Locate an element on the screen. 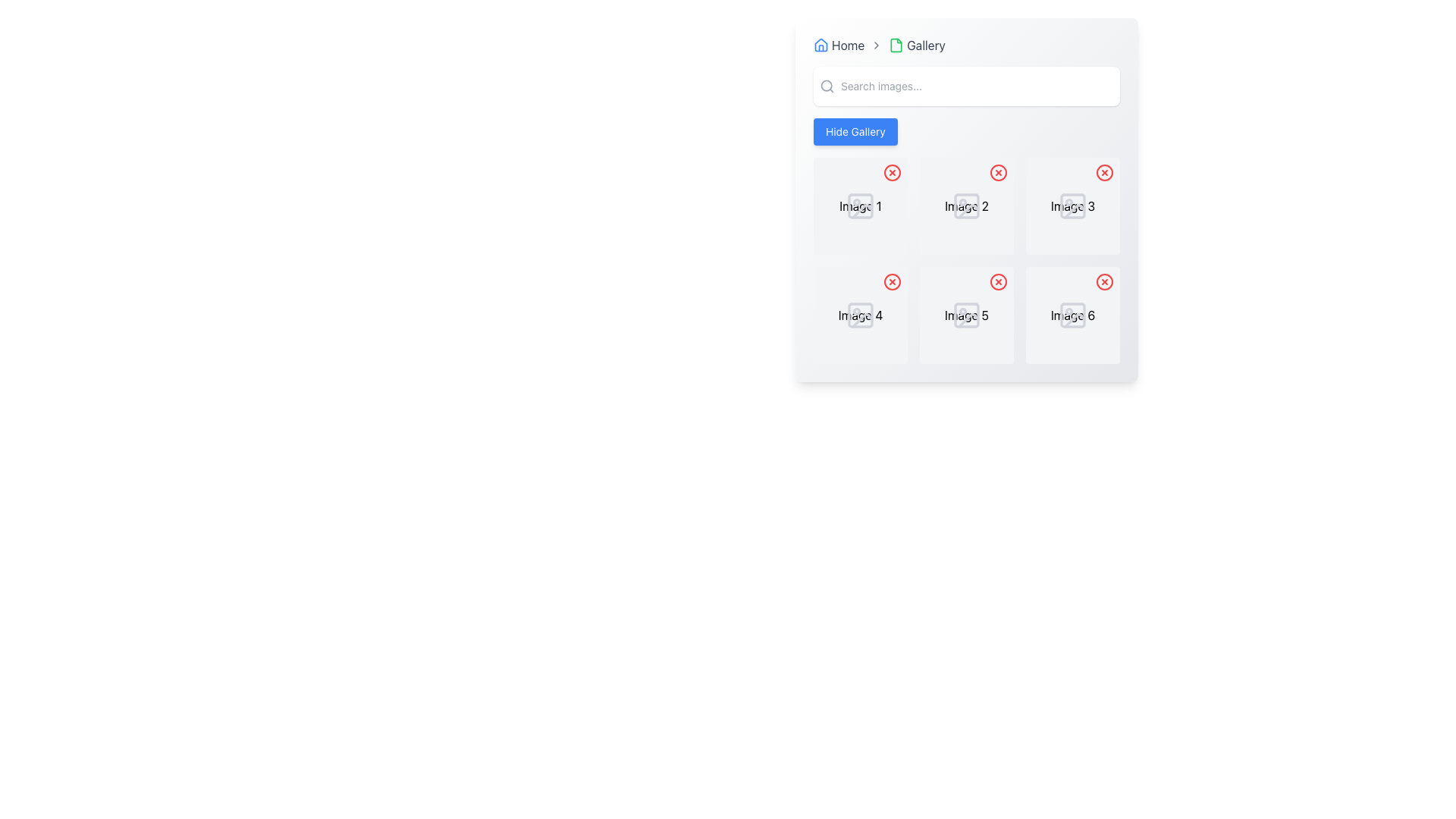  text label displaying 'Image 6', located at the bottom center of the last grid cell in a 2x3 layout is located at coordinates (1072, 315).